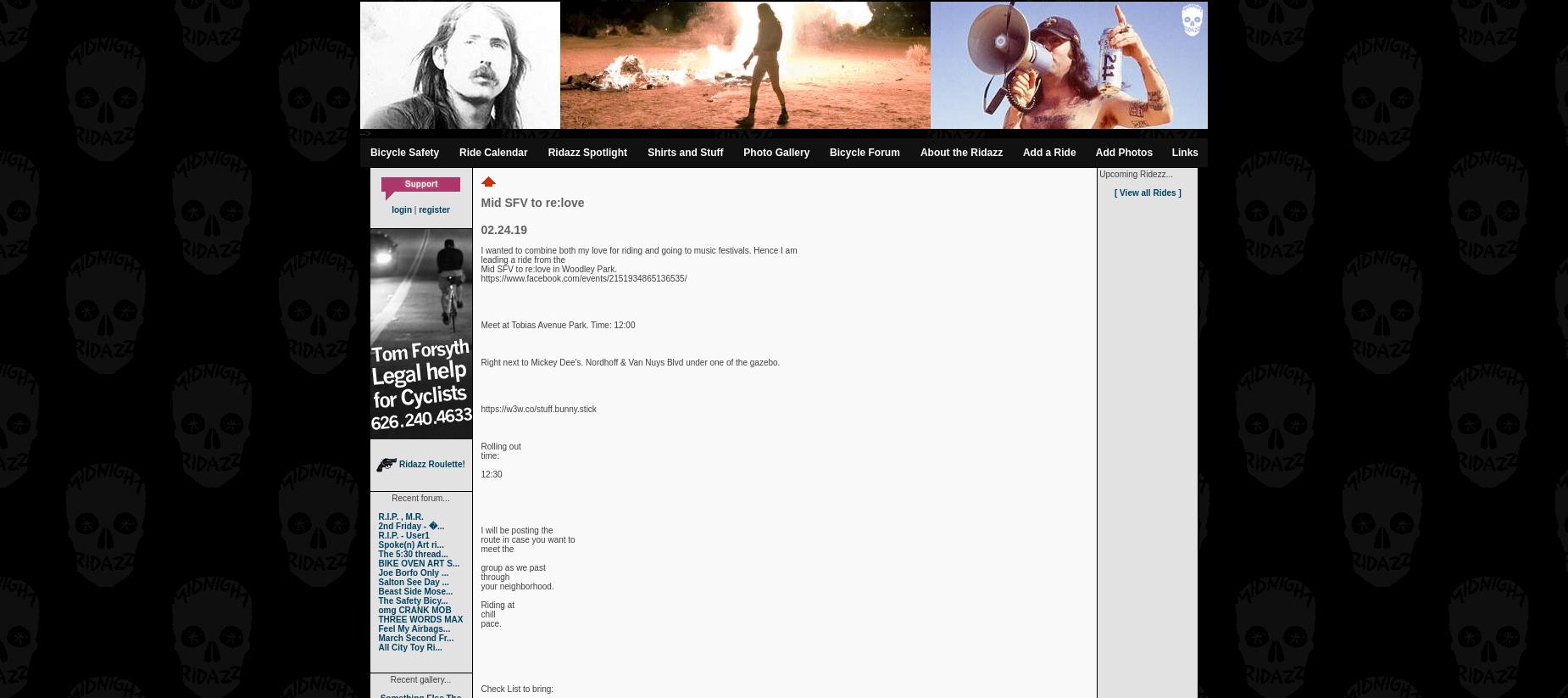 This screenshot has width=1568, height=698. Describe the element at coordinates (491, 473) in the screenshot. I see `'12:30'` at that location.